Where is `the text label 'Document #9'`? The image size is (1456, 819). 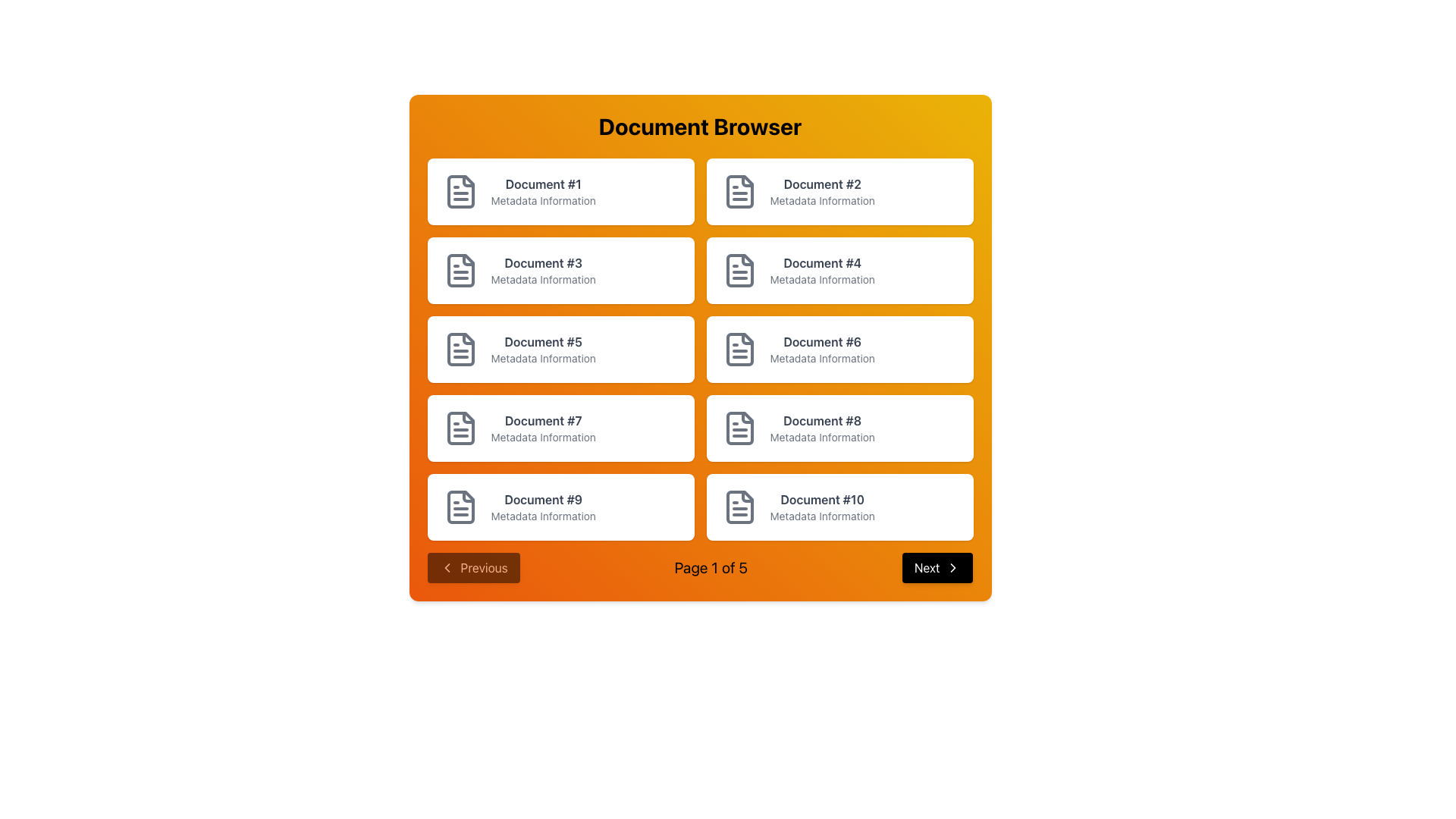 the text label 'Document #9' is located at coordinates (543, 500).